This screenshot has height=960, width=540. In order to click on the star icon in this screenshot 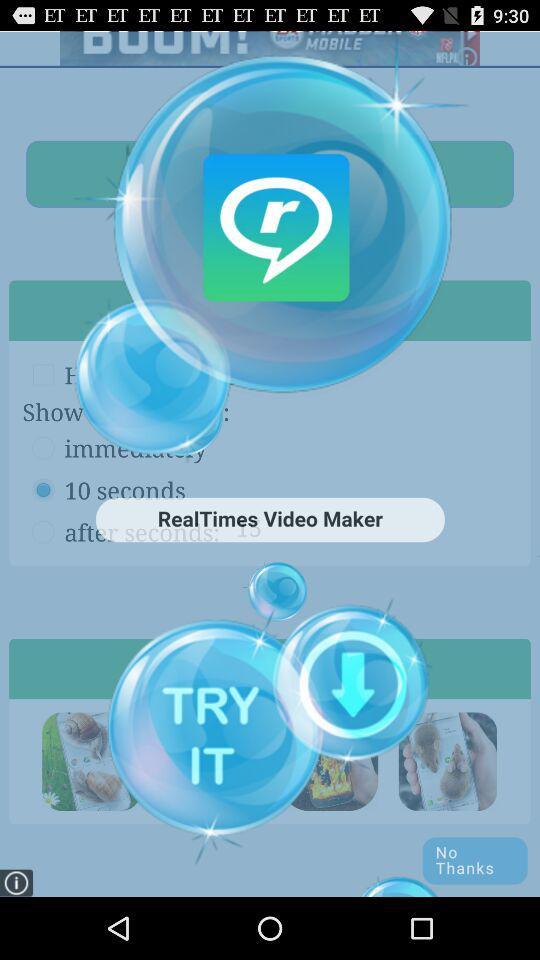, I will do `click(447, 815)`.